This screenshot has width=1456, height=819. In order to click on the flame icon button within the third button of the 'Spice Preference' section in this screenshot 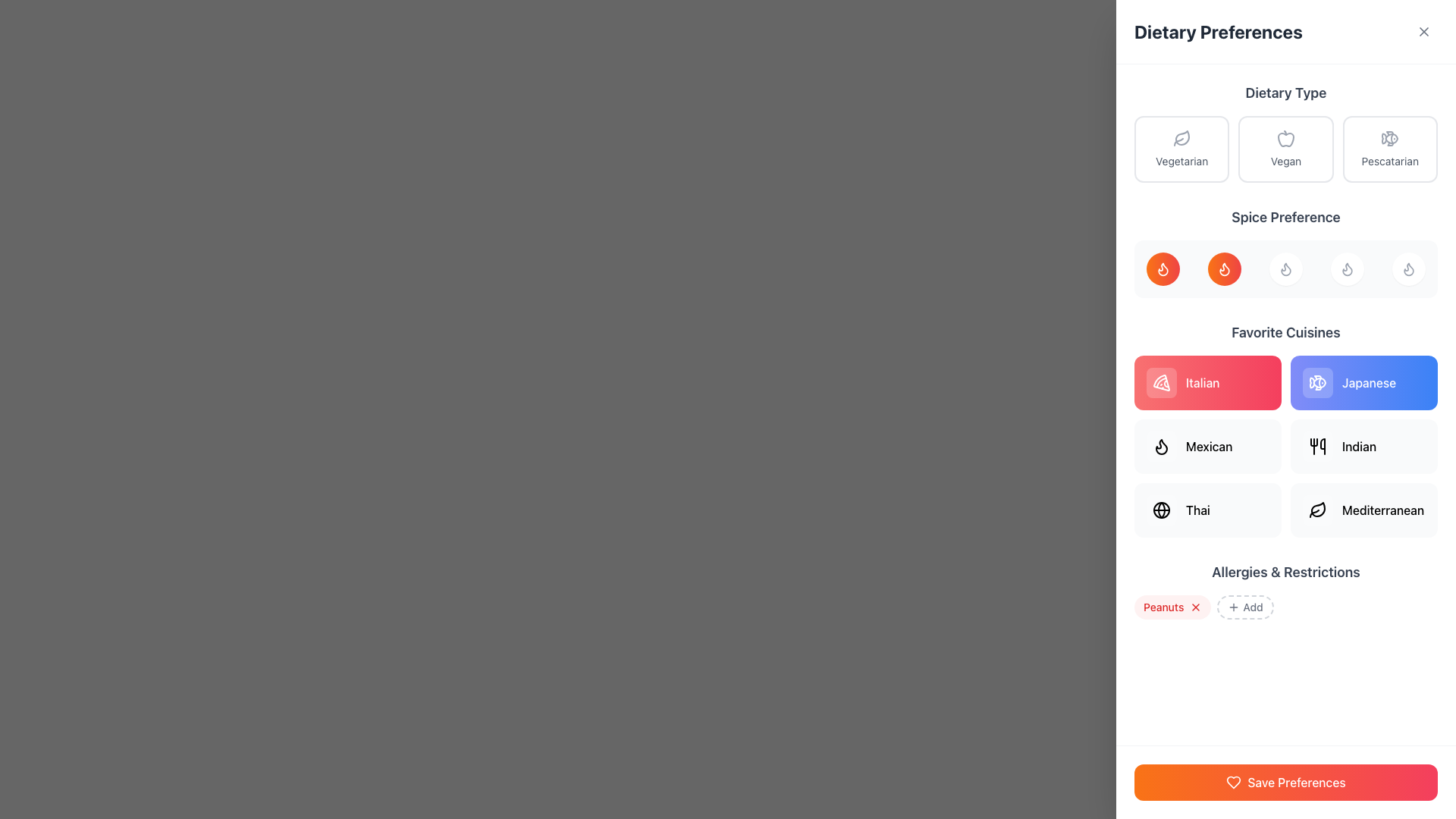, I will do `click(1347, 268)`.